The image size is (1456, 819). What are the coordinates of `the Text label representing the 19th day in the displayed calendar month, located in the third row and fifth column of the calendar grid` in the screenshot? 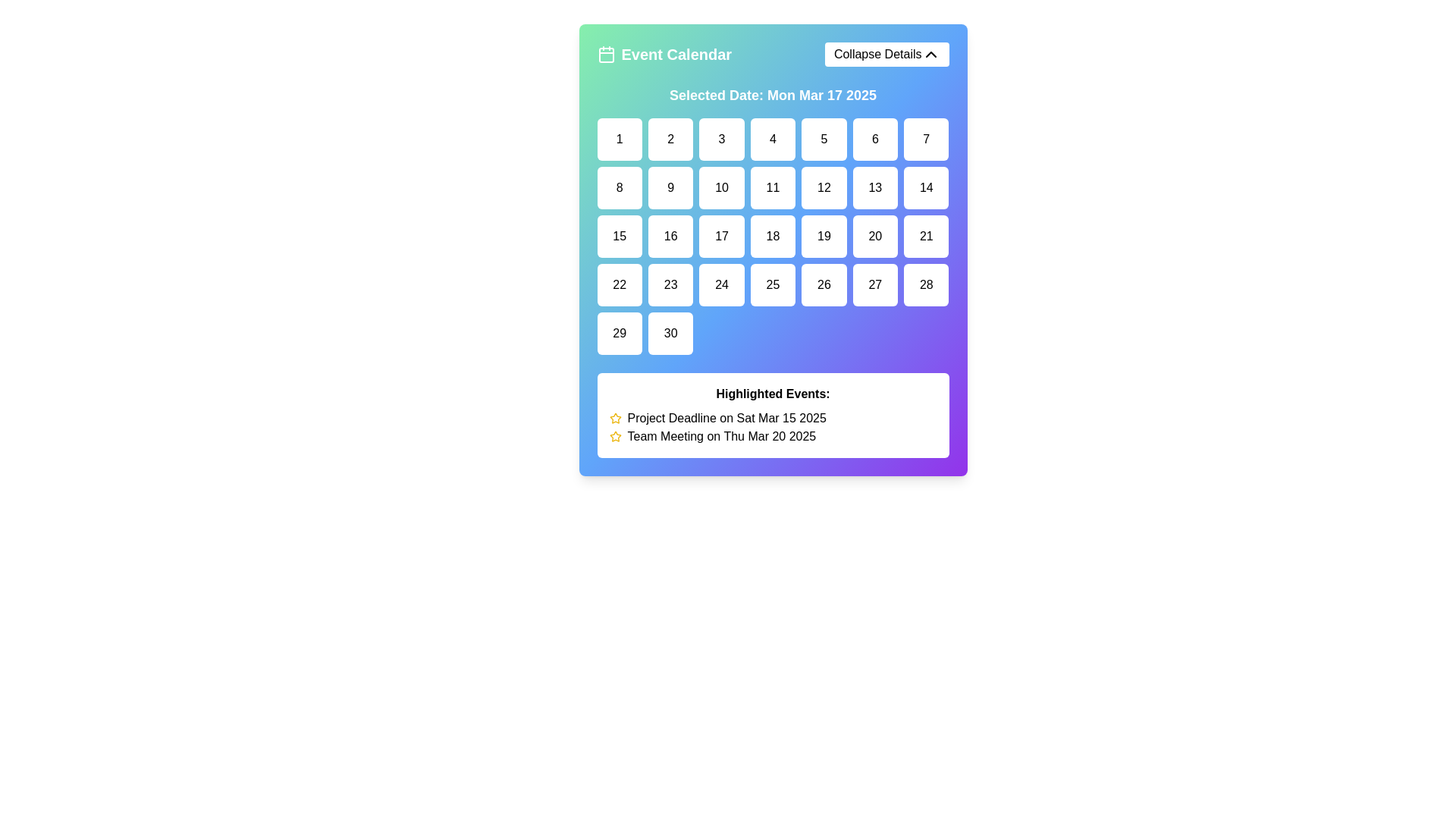 It's located at (823, 237).